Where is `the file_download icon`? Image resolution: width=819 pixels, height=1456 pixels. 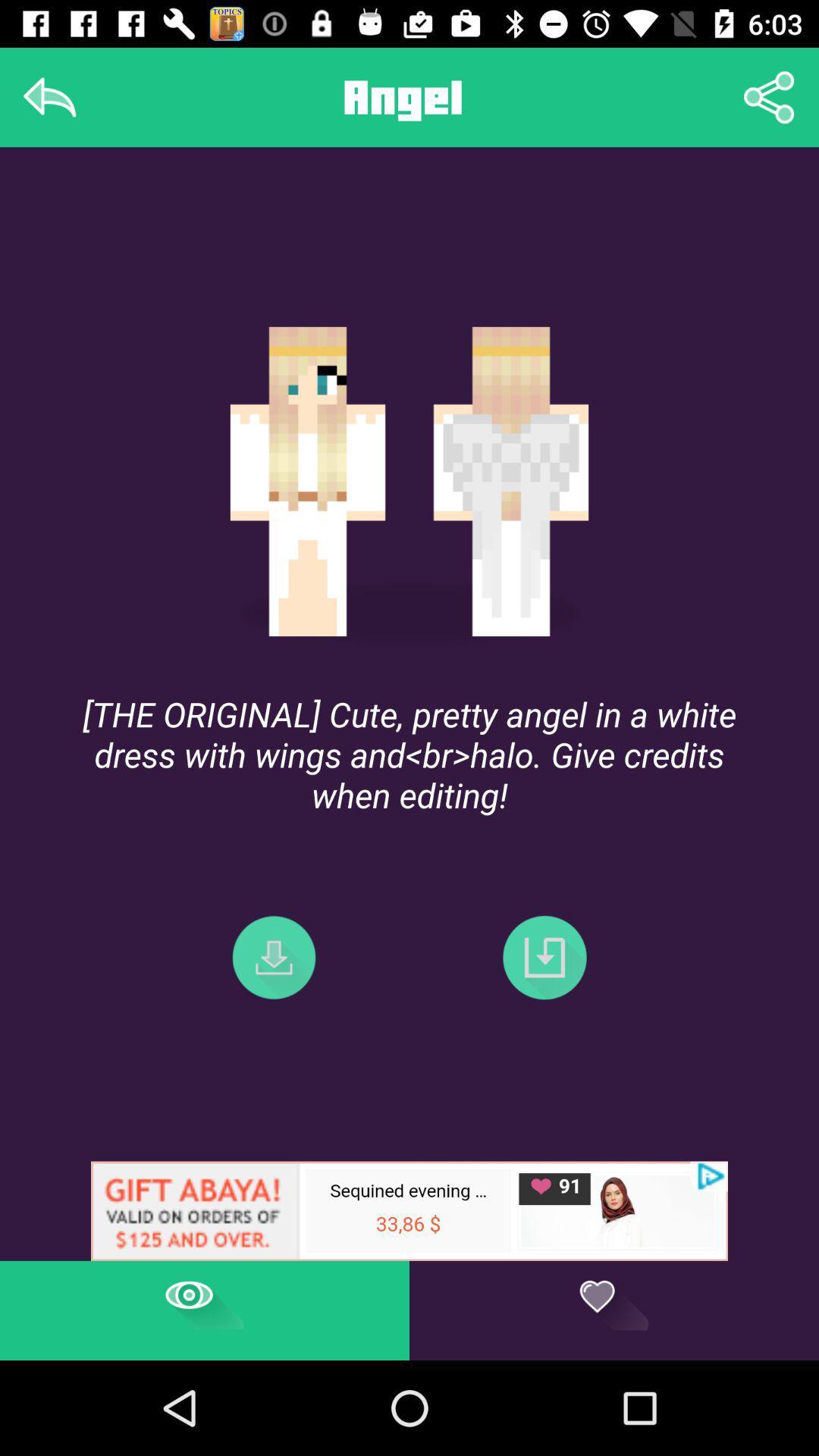 the file_download icon is located at coordinates (274, 956).